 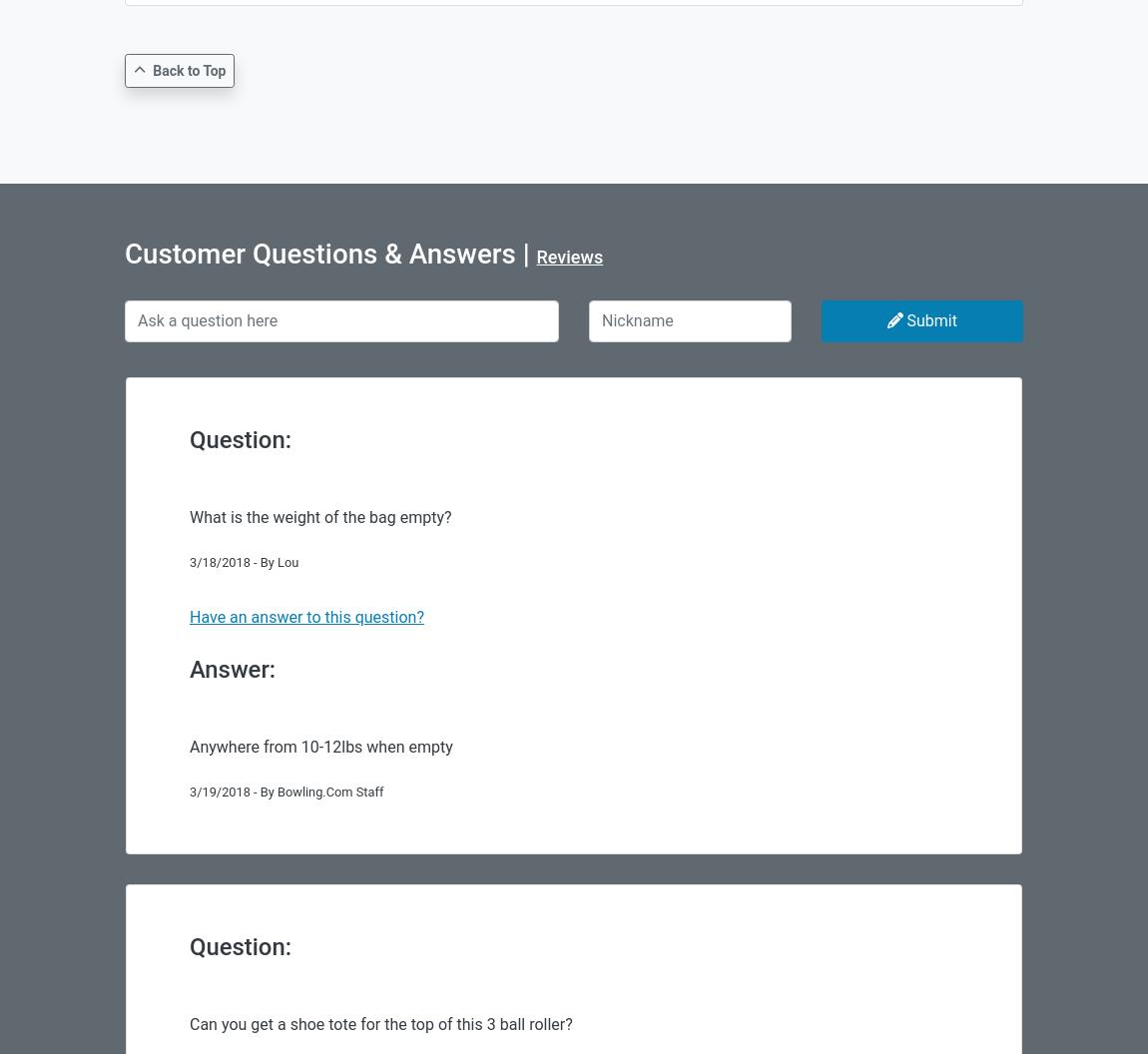 I want to click on 'Bowling.Com Staff', so click(x=329, y=790).